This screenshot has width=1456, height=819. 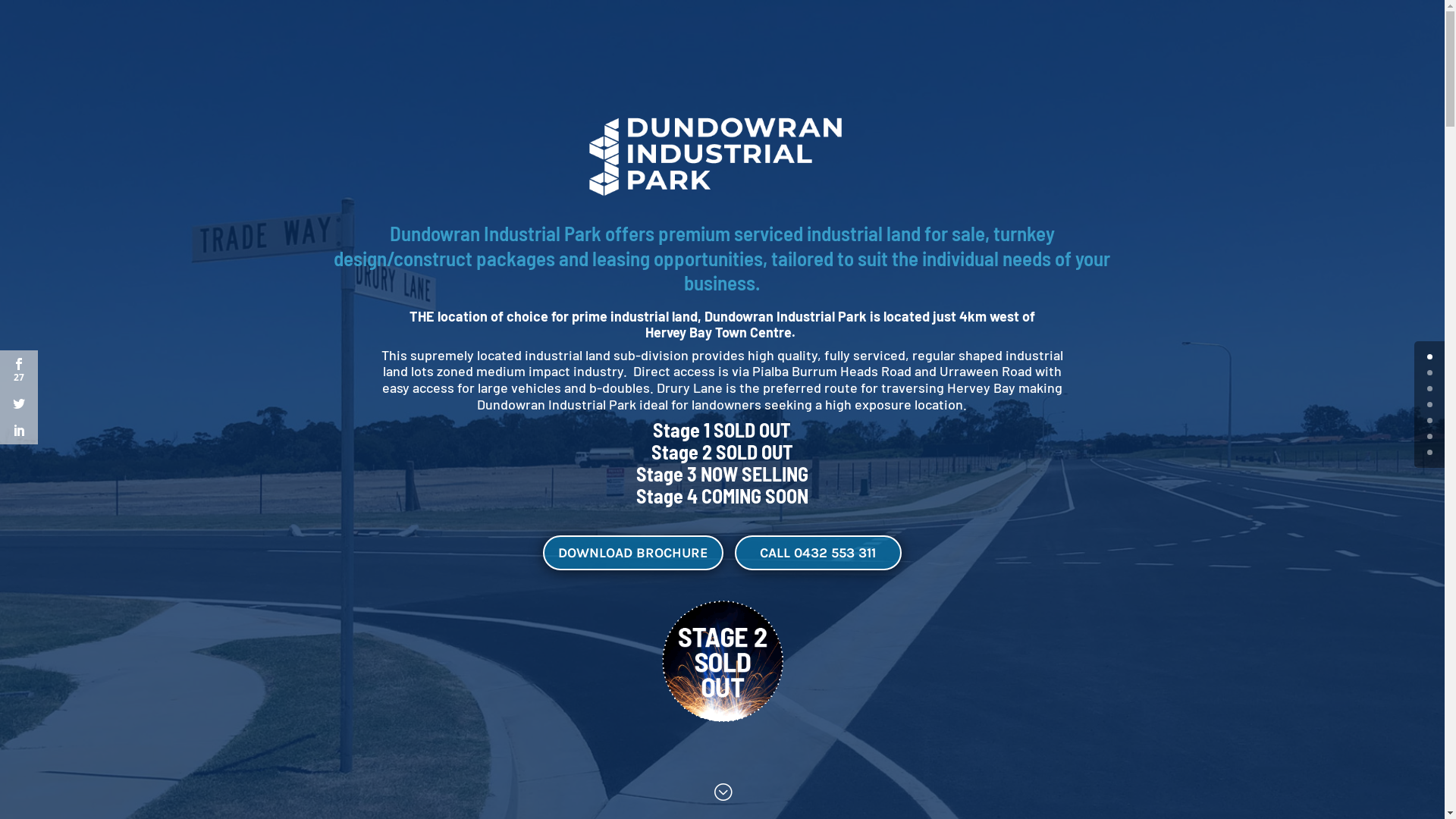 I want to click on '6', so click(x=1429, y=451).